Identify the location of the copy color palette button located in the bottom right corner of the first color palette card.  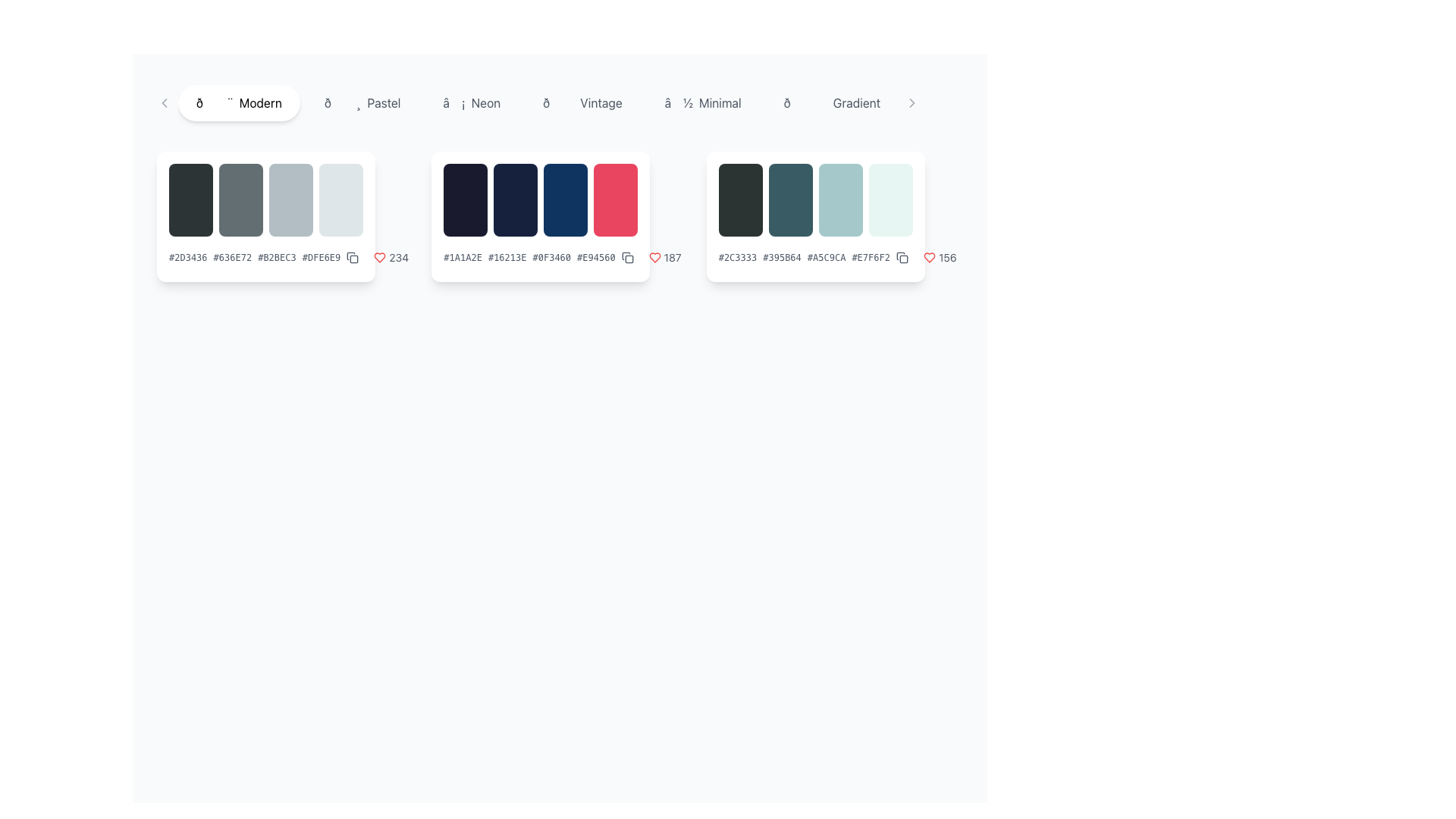
(352, 256).